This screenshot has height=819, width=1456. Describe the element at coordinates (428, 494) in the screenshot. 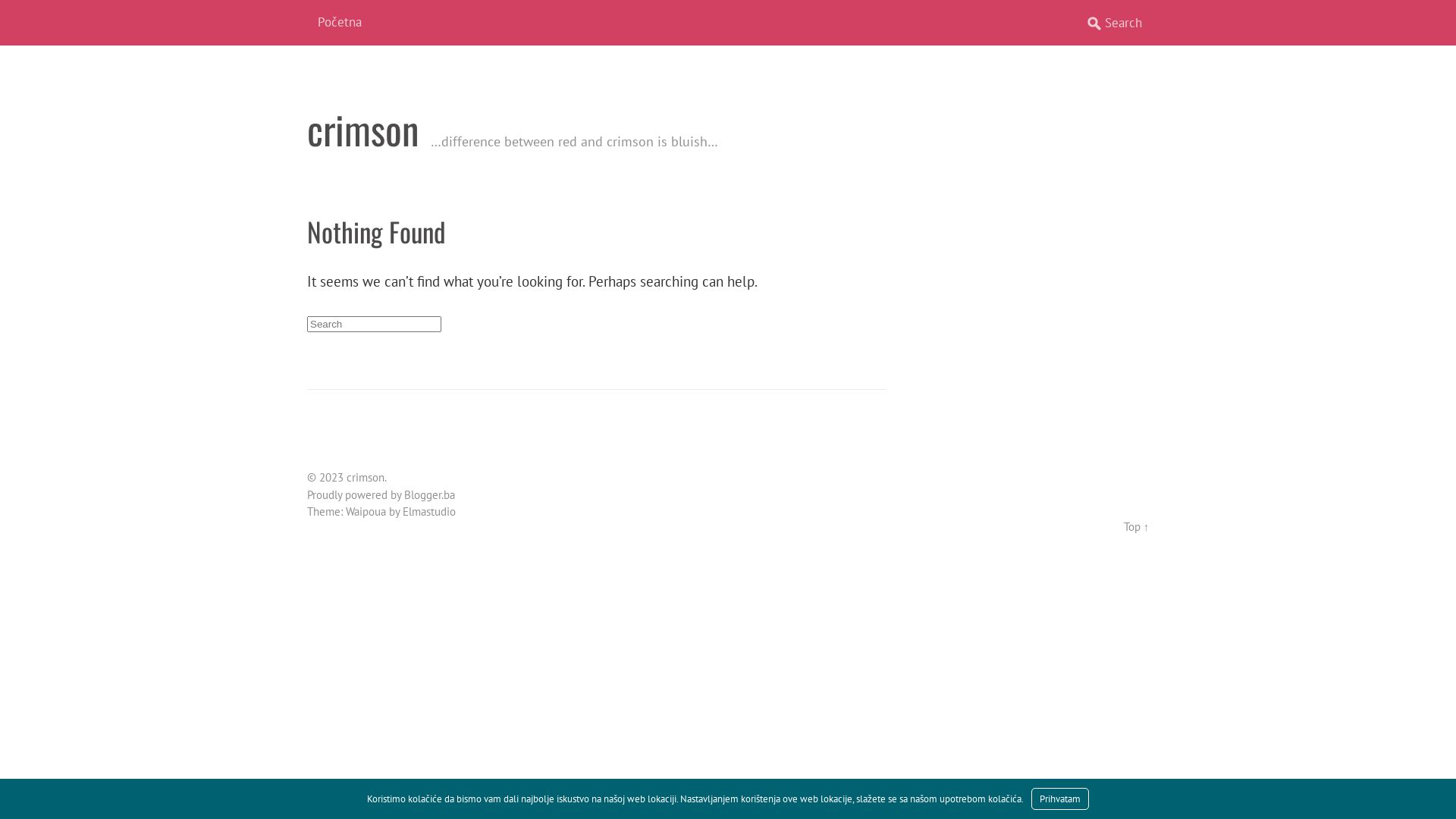

I see `'Blogger.ba'` at that location.